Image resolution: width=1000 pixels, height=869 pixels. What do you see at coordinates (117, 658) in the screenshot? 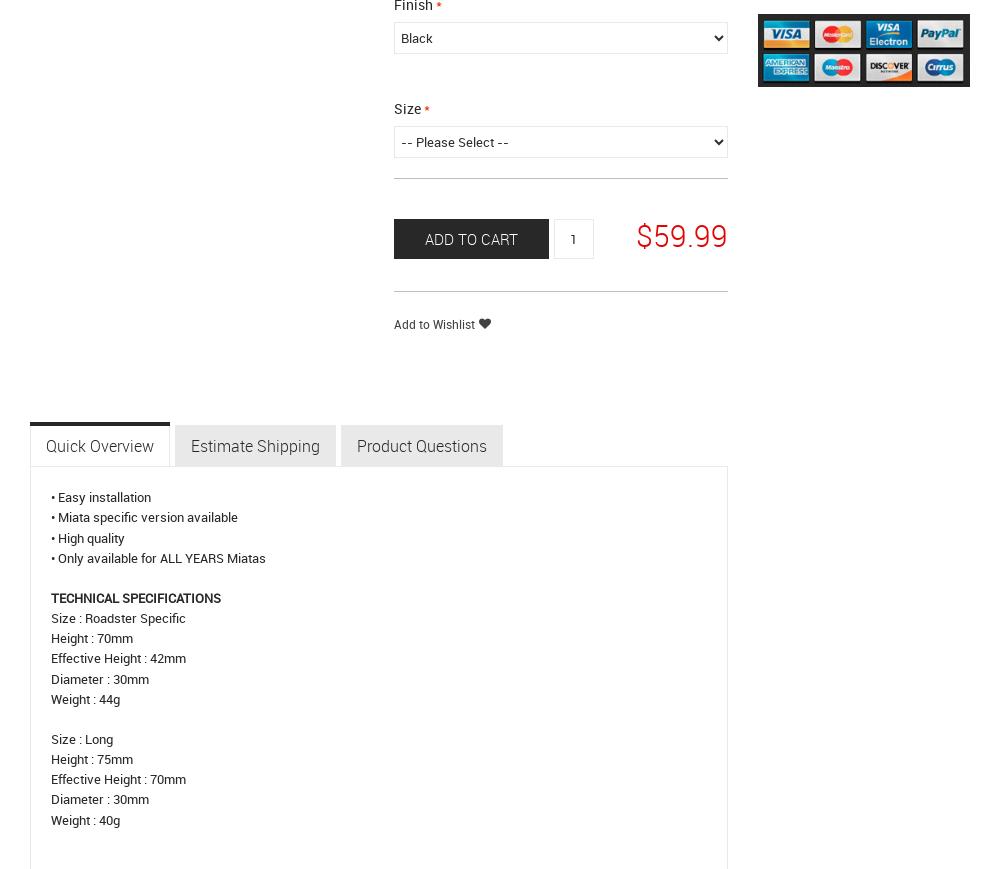
I see `'Effective Height : 42mm'` at bounding box center [117, 658].